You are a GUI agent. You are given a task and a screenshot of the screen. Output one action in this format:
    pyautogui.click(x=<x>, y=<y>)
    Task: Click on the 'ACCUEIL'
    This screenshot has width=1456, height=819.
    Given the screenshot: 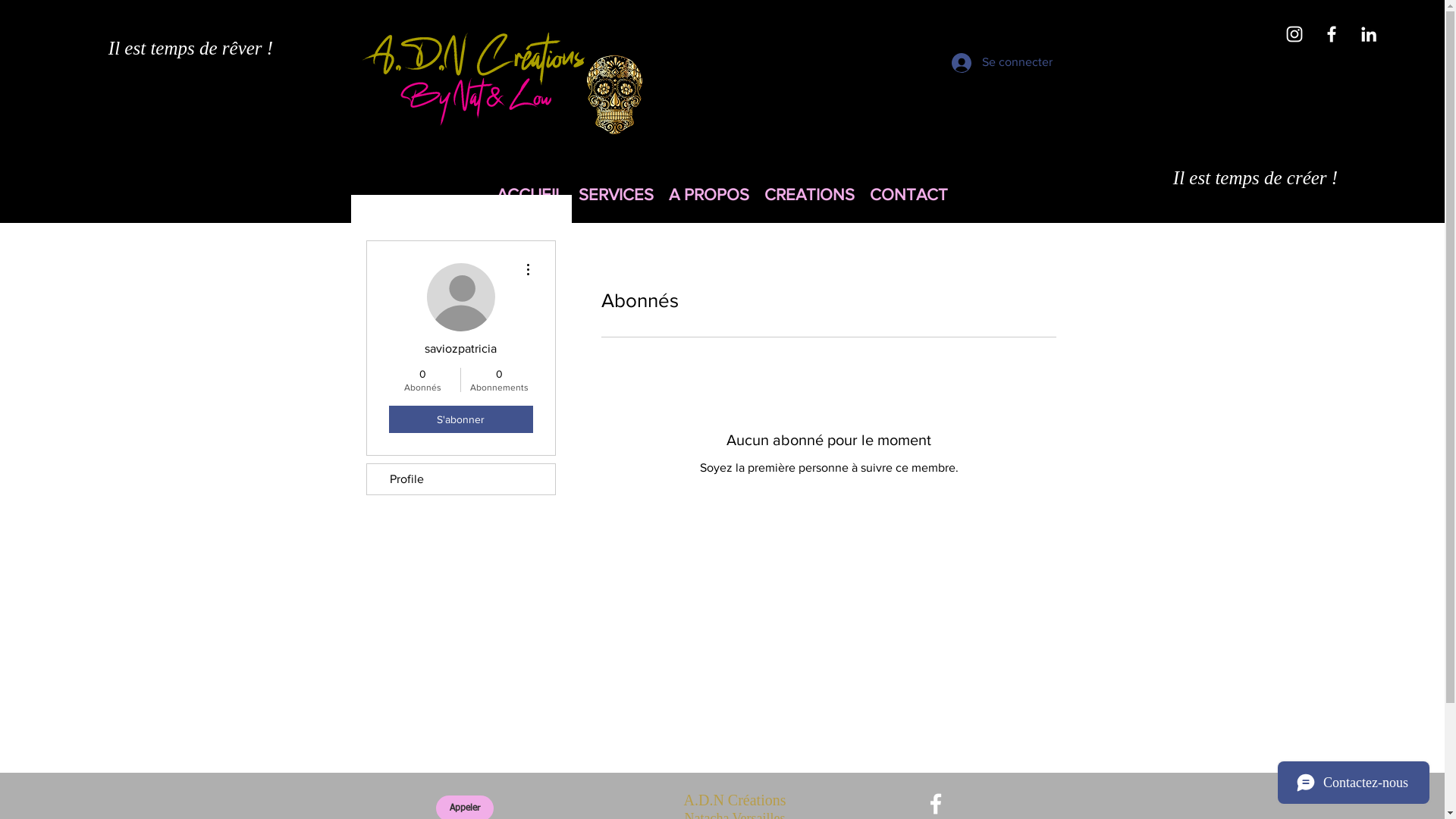 What is the action you would take?
    pyautogui.click(x=530, y=193)
    